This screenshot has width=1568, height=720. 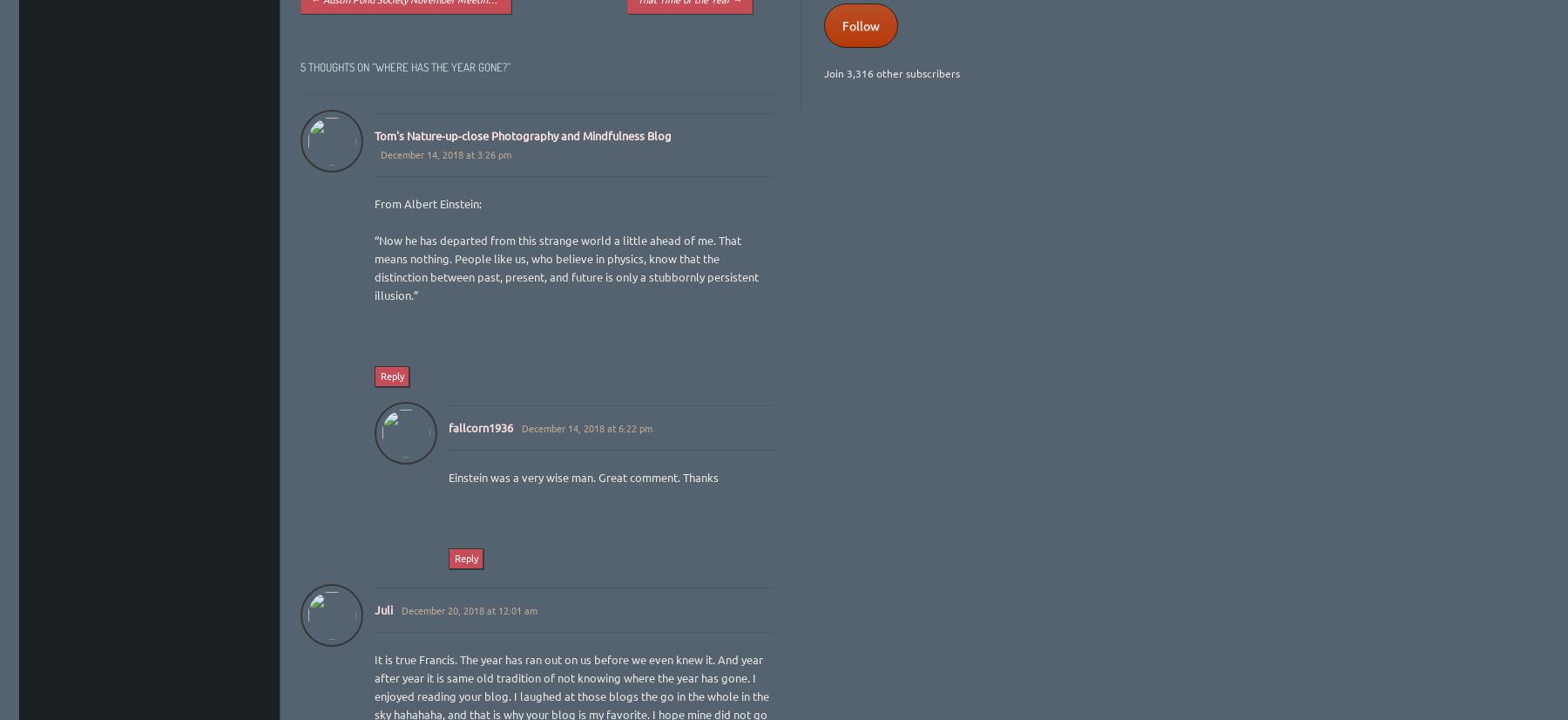 What do you see at coordinates (892, 72) in the screenshot?
I see `'Join 3,316 other subscribers'` at bounding box center [892, 72].